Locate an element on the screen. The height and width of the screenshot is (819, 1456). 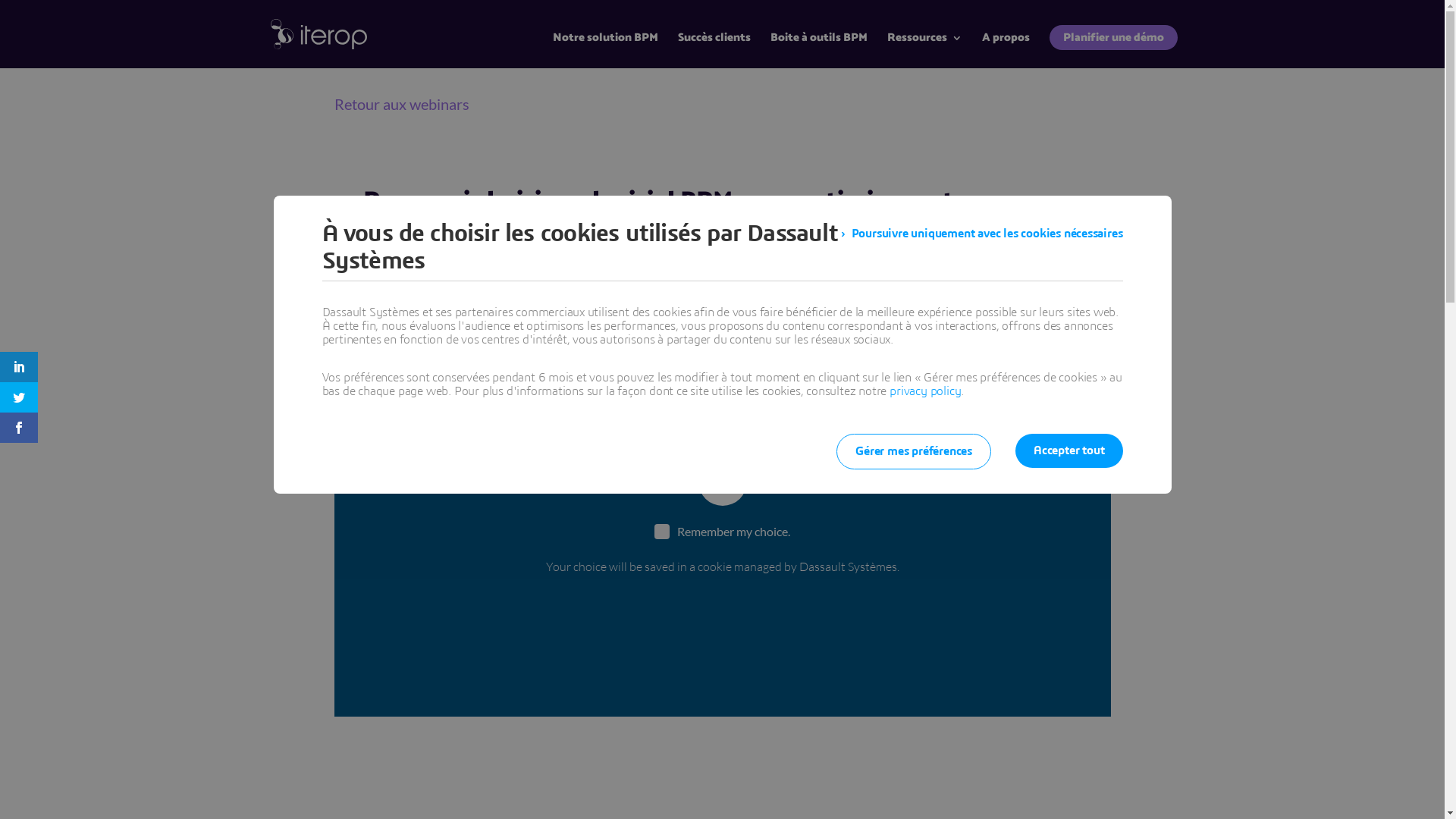
'privacy policy' is located at coordinates (924, 391).